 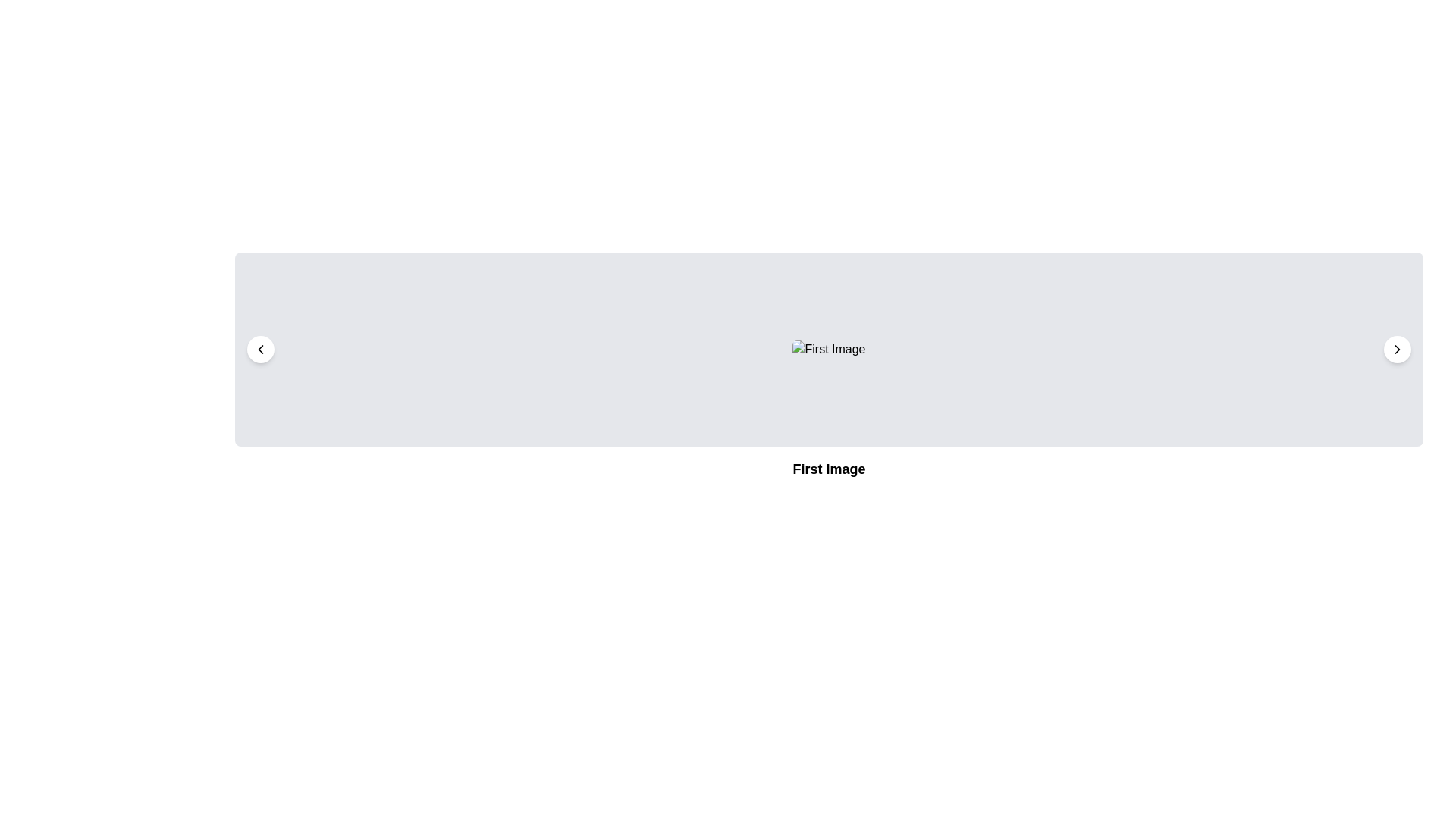 I want to click on the circular button with a white background and a black arrow icon, so click(x=1397, y=350).